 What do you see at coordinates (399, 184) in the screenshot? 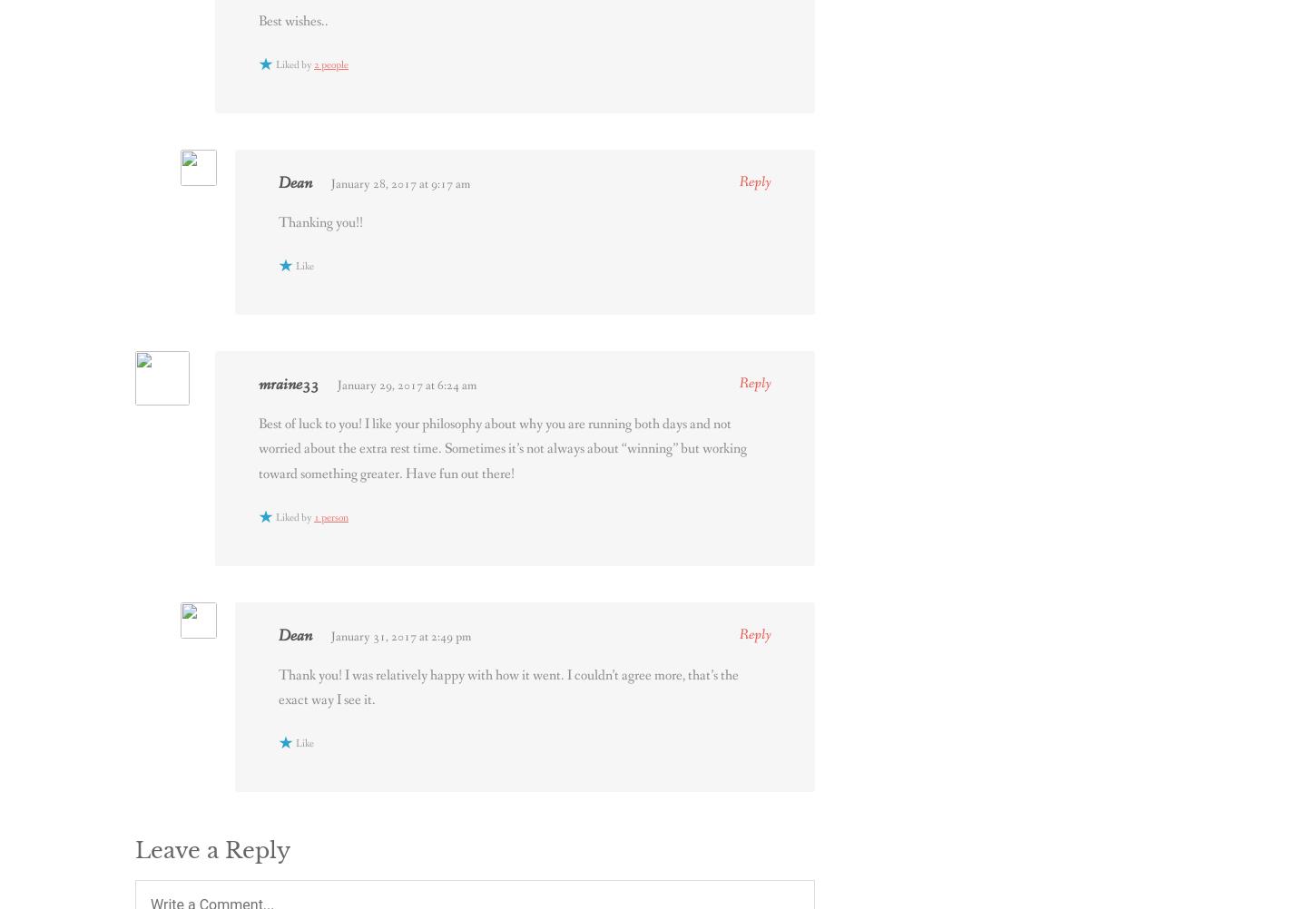
I see `'January 28, 2017 at 9:17 am'` at bounding box center [399, 184].